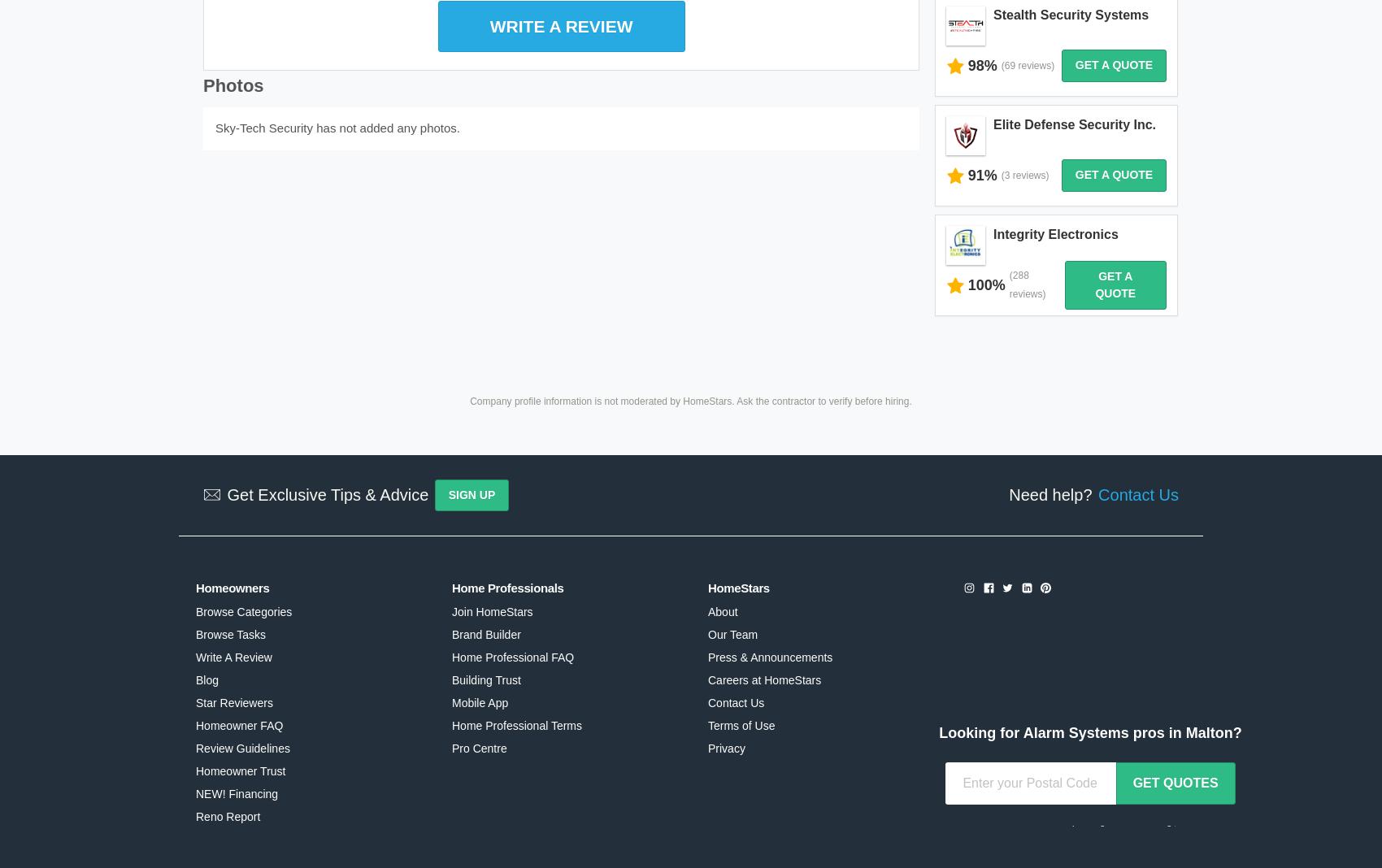  What do you see at coordinates (741, 657) in the screenshot?
I see `'Terms of Use'` at bounding box center [741, 657].